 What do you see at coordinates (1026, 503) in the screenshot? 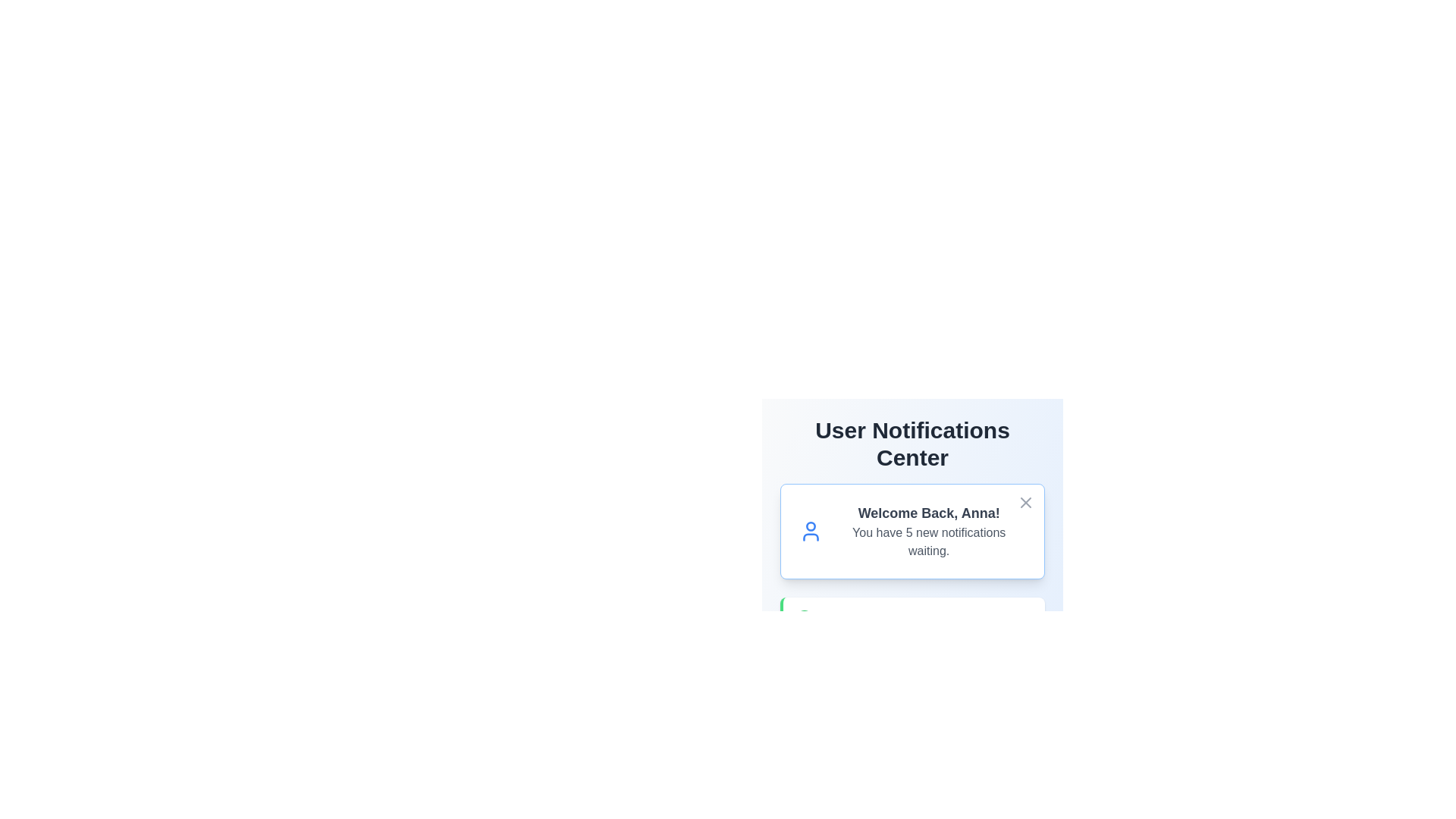
I see `the close button located at the top-right corner of the notification panel` at bounding box center [1026, 503].